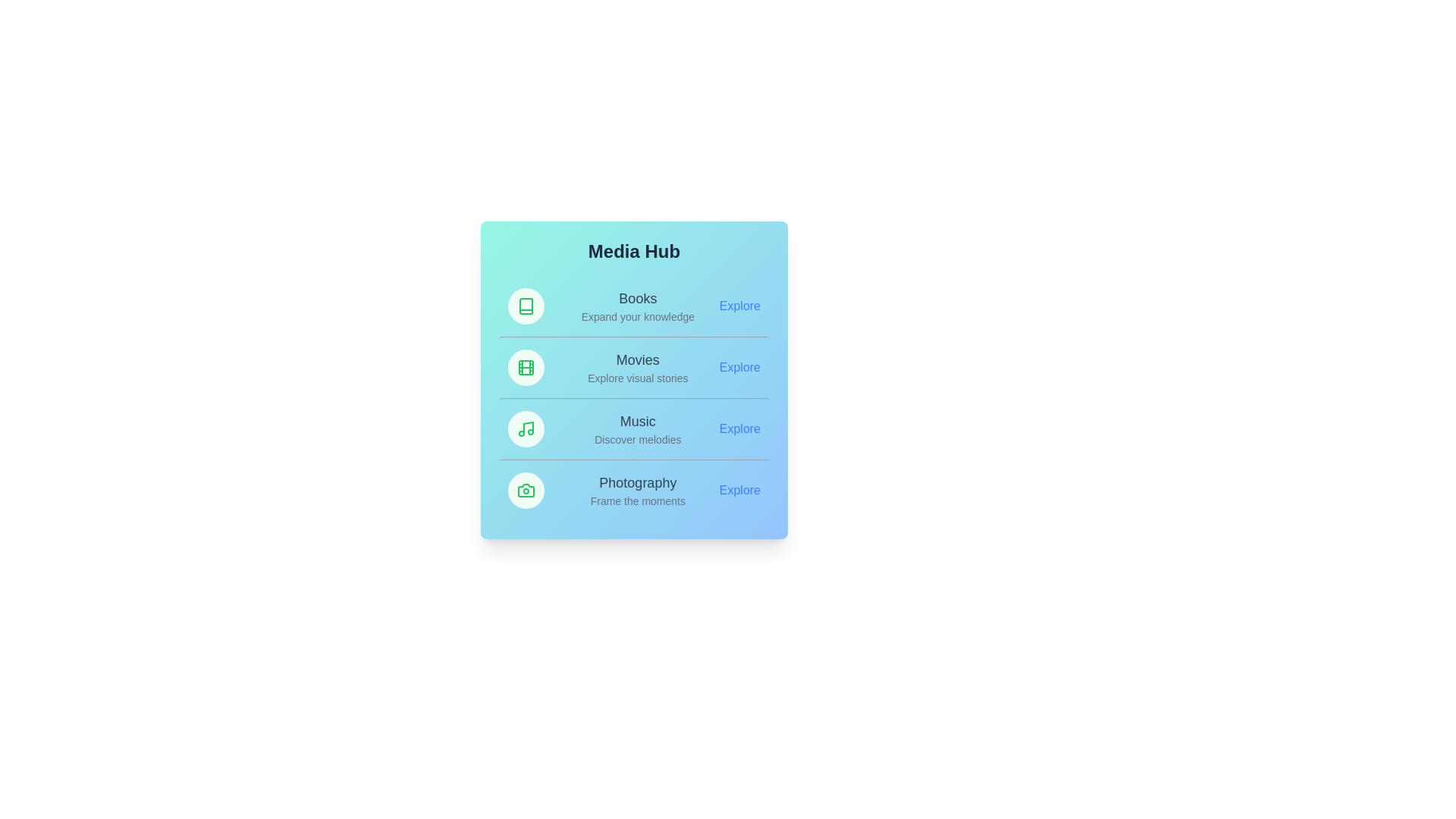  Describe the element at coordinates (526, 306) in the screenshot. I see `the icon of the Books category` at that location.